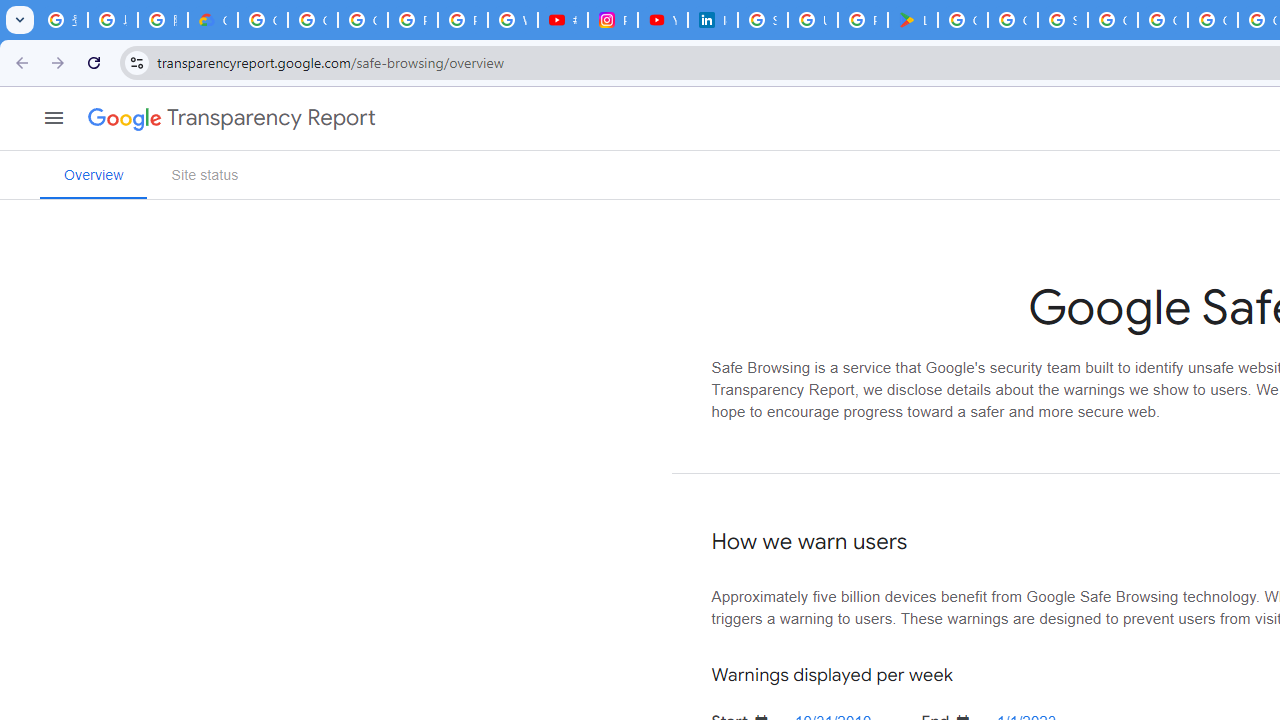 This screenshot has height=720, width=1280. Describe the element at coordinates (116, 118) in the screenshot. I see `'Google'` at that location.